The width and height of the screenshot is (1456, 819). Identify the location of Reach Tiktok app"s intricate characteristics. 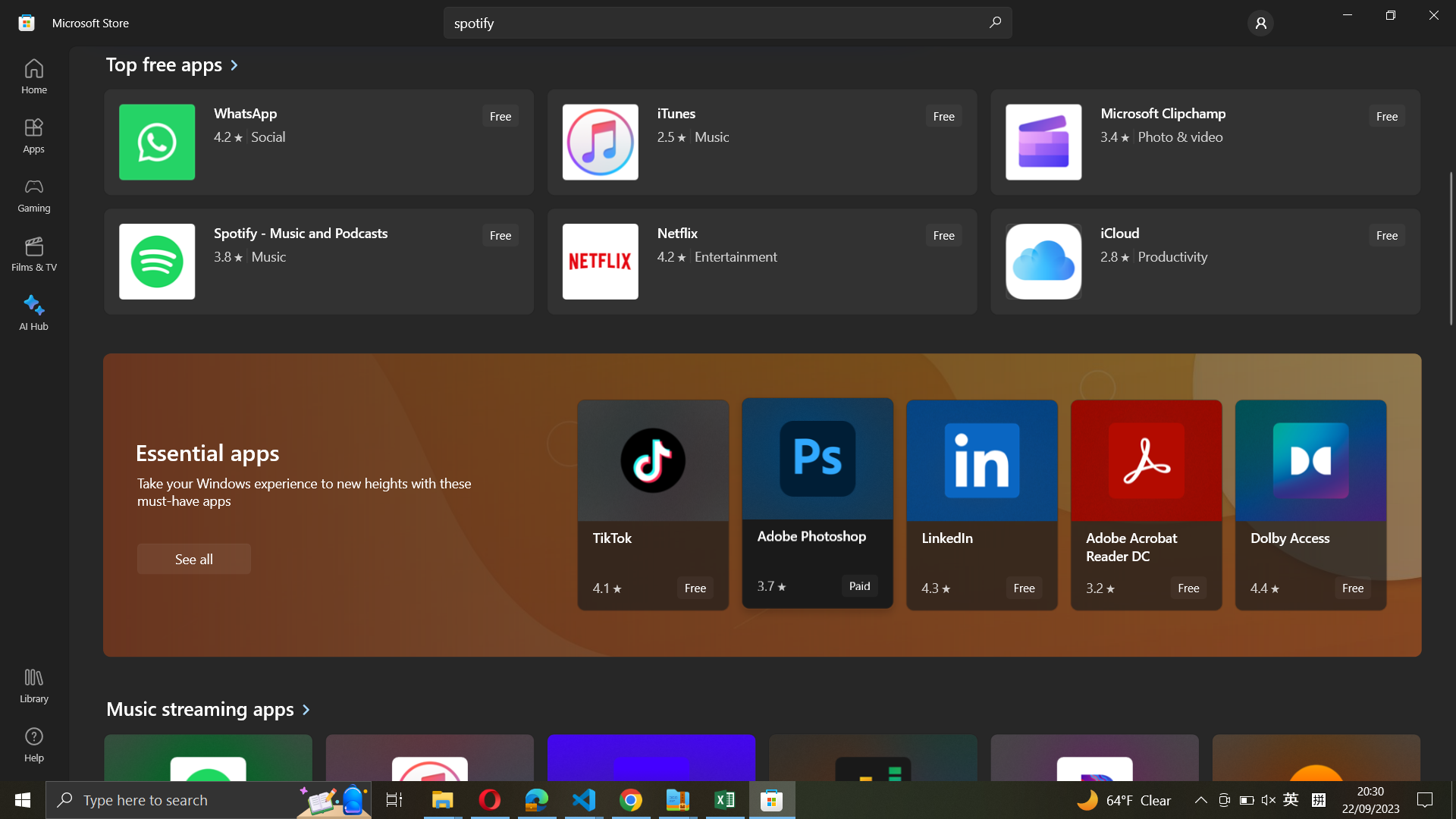
(652, 505).